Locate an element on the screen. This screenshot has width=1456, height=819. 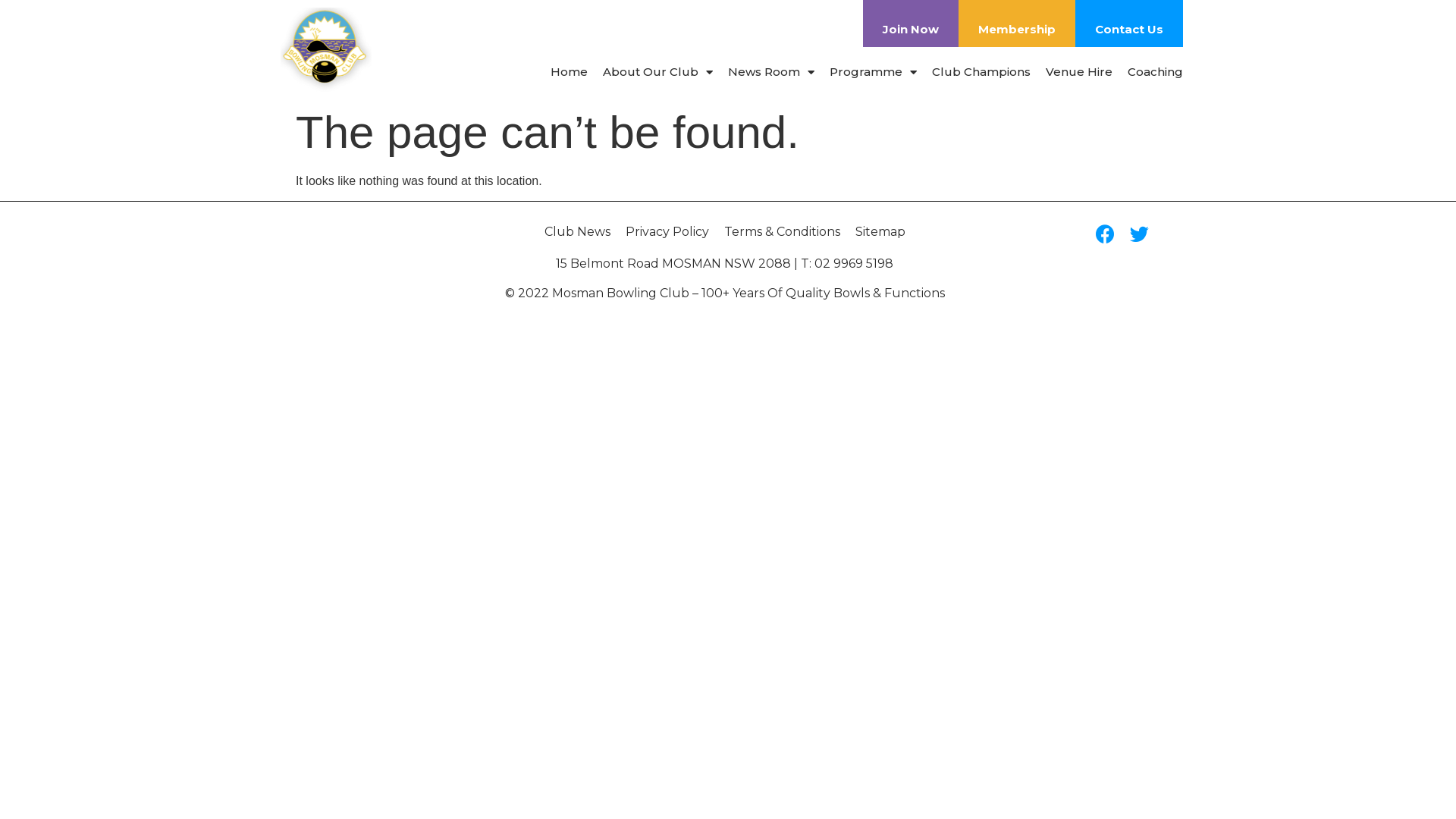
'Membership' is located at coordinates (1016, 23).